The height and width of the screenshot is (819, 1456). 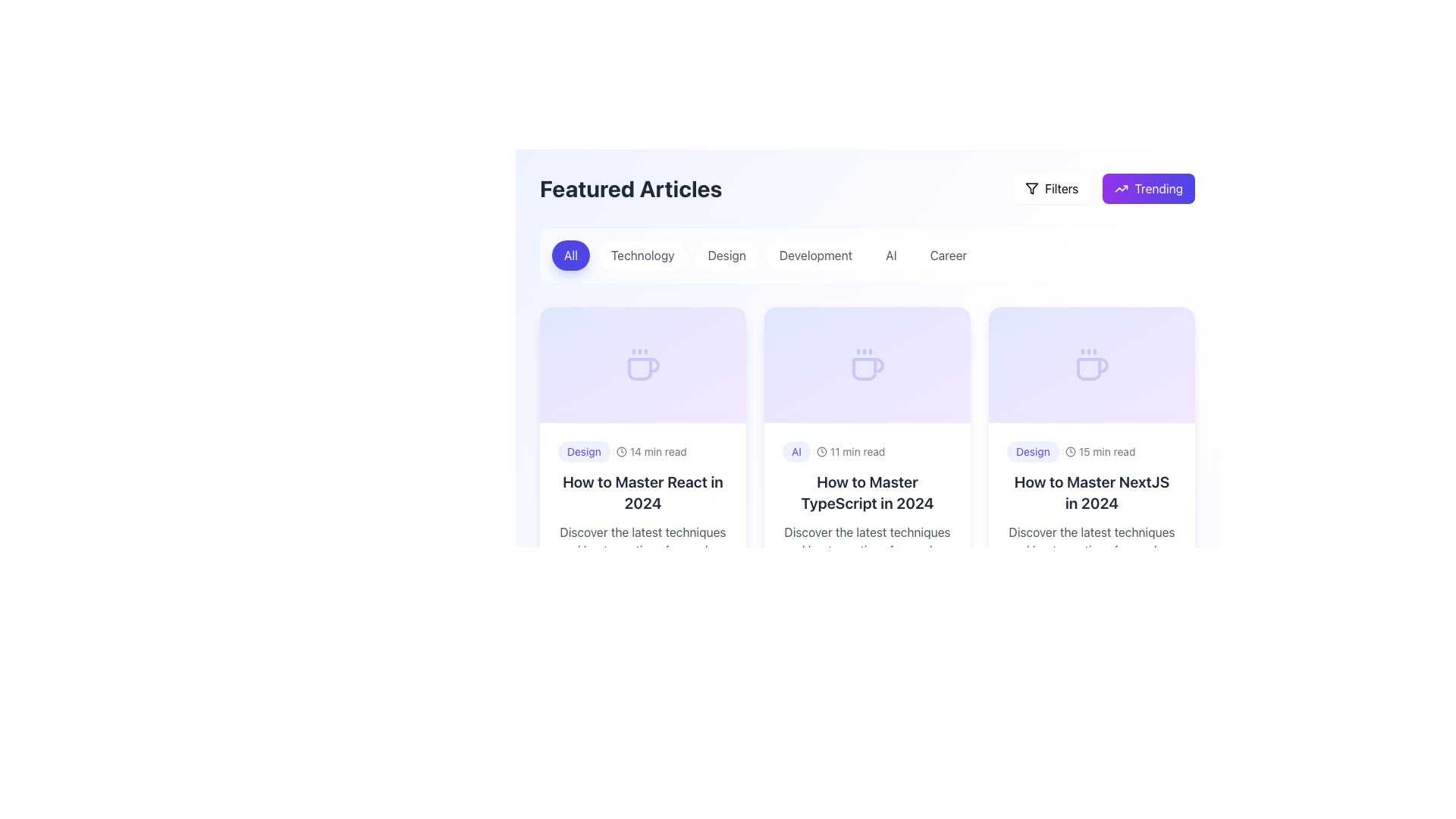 I want to click on the Label Badge that says 'Design', which is a small rectangular element with rounded corners located at the top-left corner of the first article card below the 'Featured Articles' header, so click(x=583, y=451).